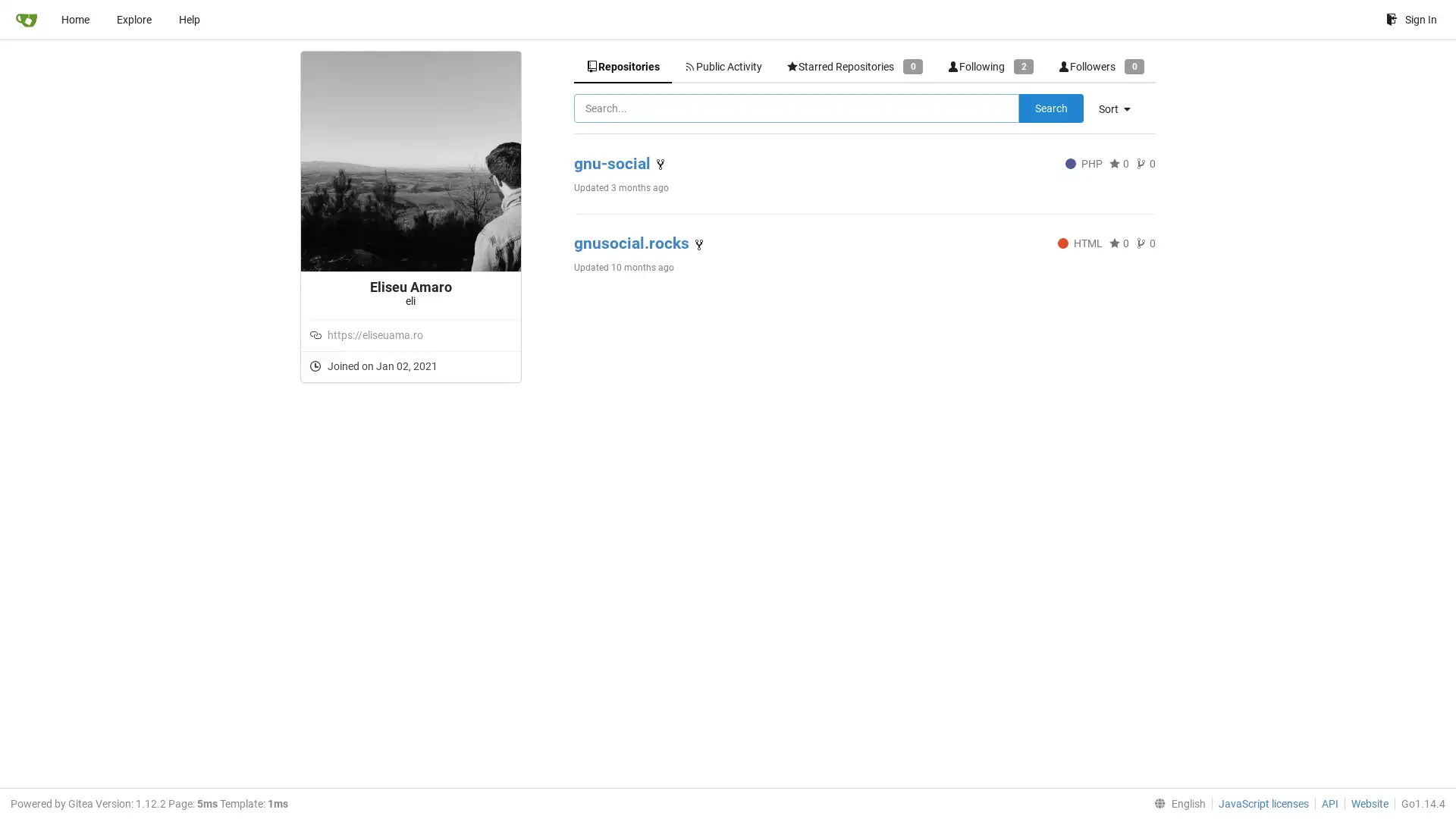  I want to click on Search, so click(1050, 107).